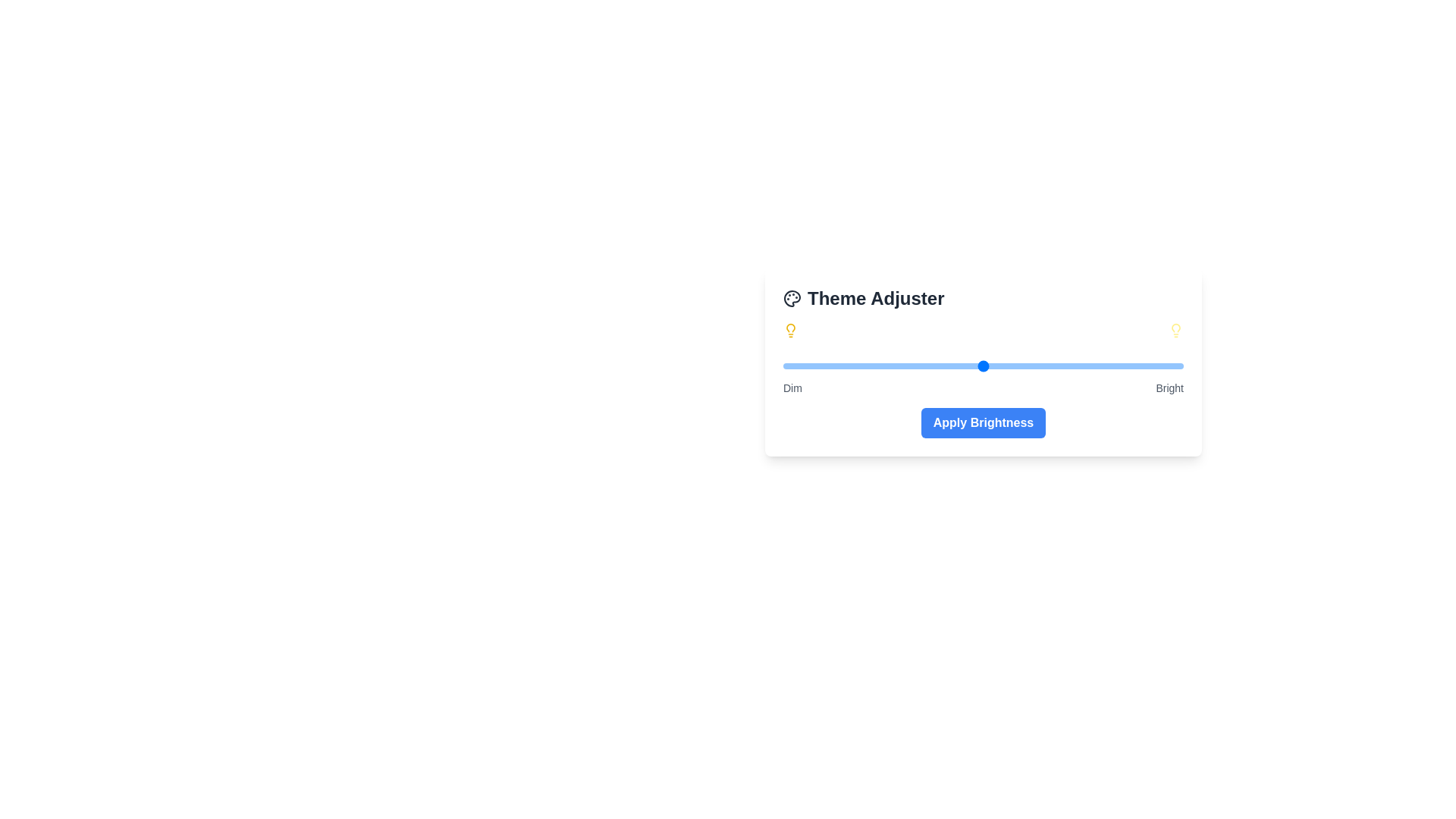 The image size is (1456, 819). What do you see at coordinates (1139, 366) in the screenshot?
I see `the brightness slider to 89%` at bounding box center [1139, 366].